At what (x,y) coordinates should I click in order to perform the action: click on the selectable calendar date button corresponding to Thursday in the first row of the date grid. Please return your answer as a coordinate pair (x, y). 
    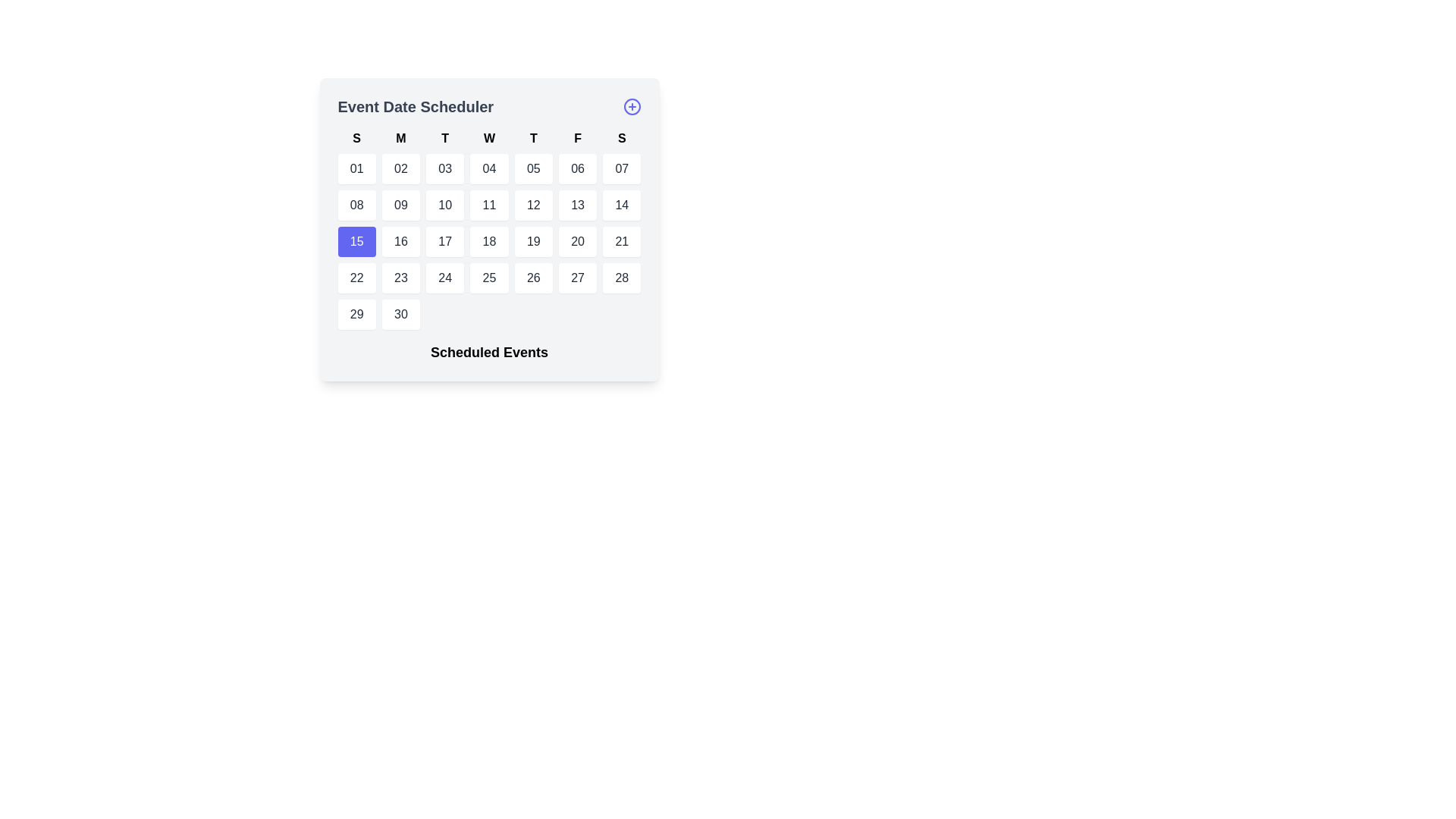
    Looking at the image, I should click on (533, 169).